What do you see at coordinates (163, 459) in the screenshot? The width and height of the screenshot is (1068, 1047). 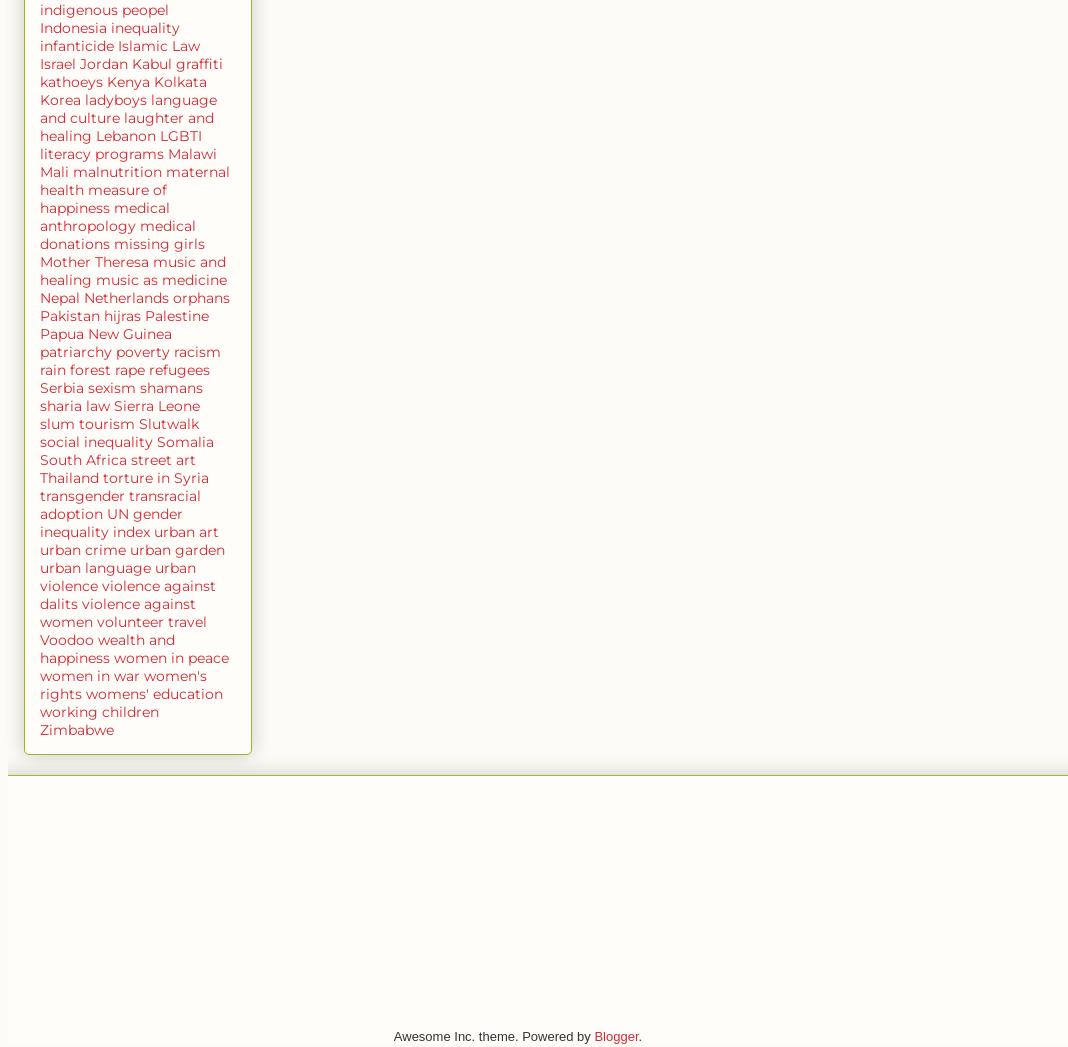 I see `'street art'` at bounding box center [163, 459].